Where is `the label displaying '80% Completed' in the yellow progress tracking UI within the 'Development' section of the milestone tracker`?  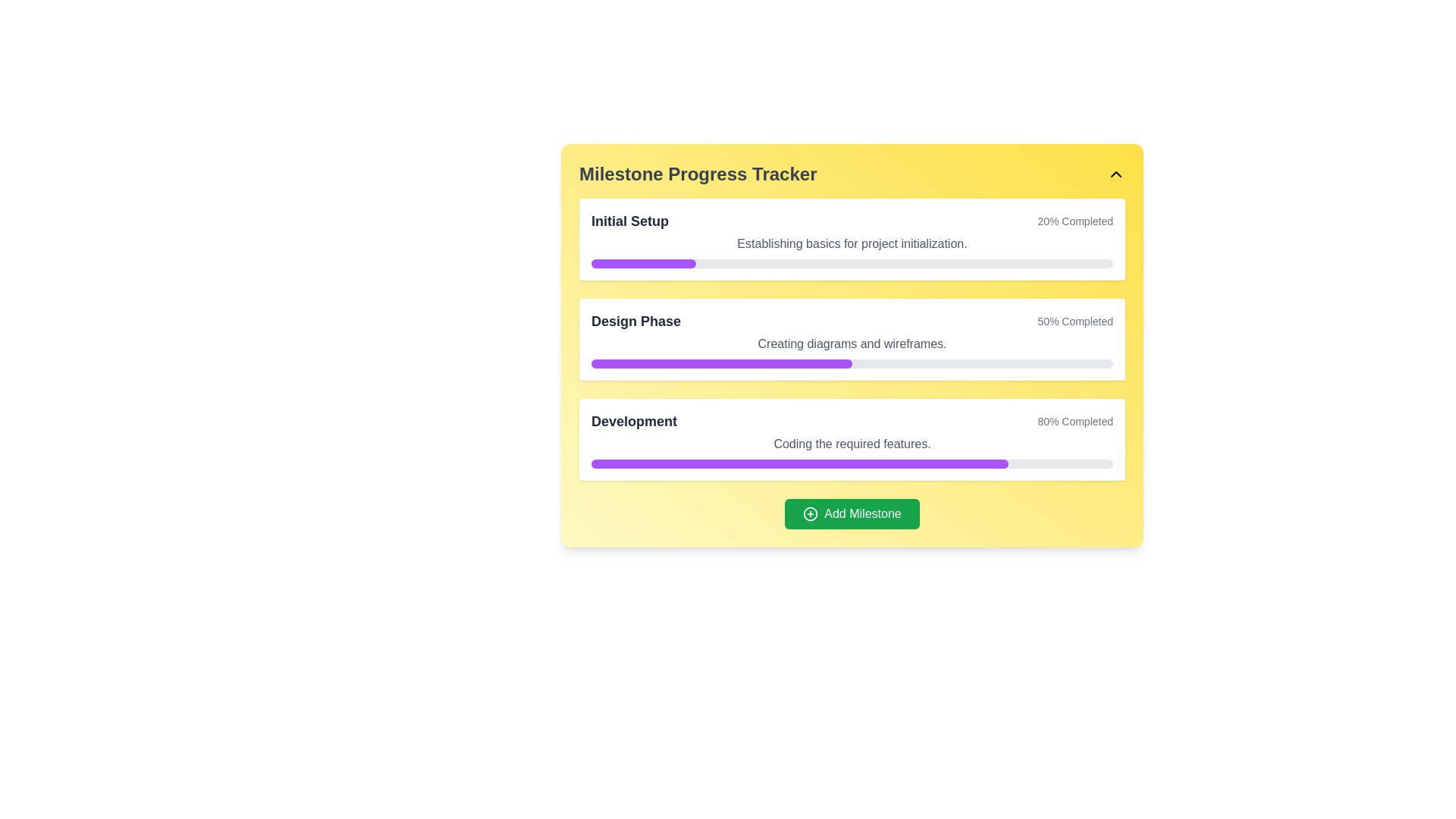 the label displaying '80% Completed' in the yellow progress tracking UI within the 'Development' section of the milestone tracker is located at coordinates (1075, 421).